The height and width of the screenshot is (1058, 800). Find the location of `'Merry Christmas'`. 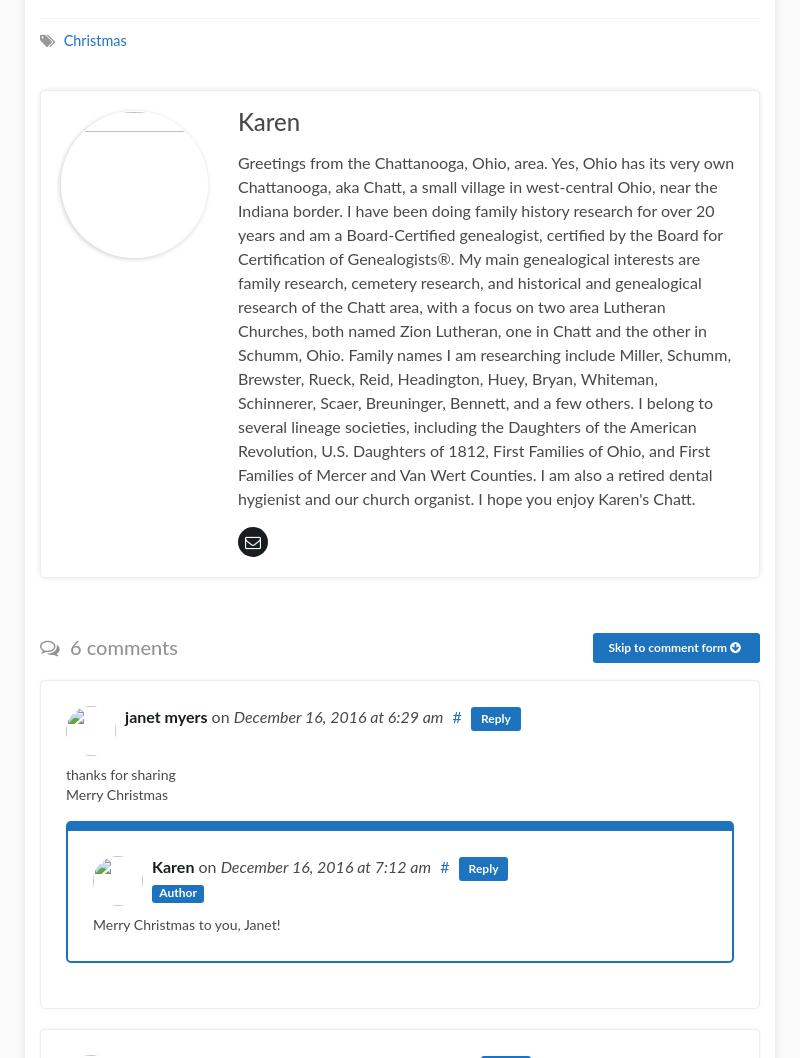

'Merry Christmas' is located at coordinates (65, 795).